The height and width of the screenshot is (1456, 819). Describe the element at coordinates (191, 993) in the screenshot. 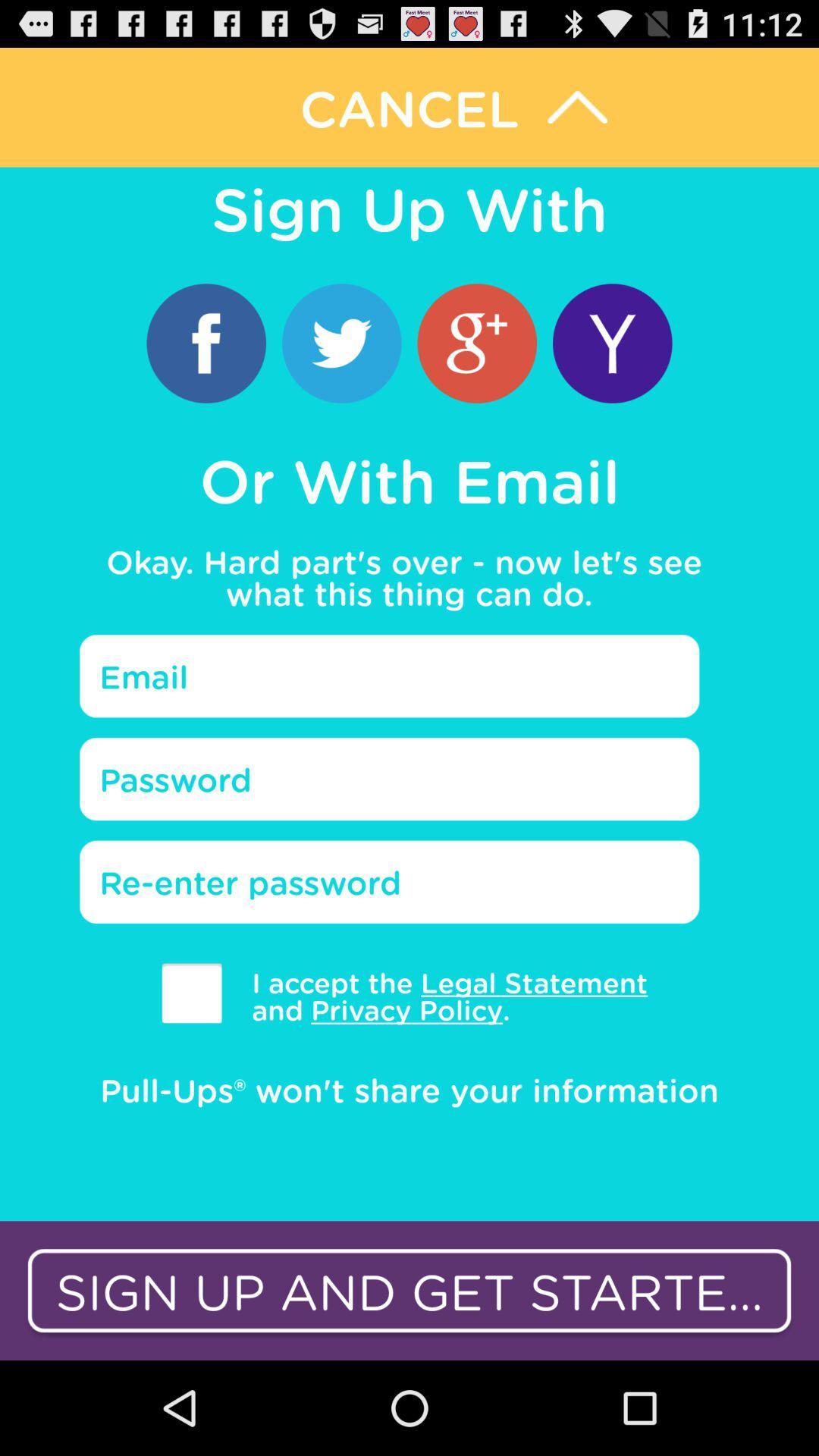

I see `the app above the pull ups won item` at that location.